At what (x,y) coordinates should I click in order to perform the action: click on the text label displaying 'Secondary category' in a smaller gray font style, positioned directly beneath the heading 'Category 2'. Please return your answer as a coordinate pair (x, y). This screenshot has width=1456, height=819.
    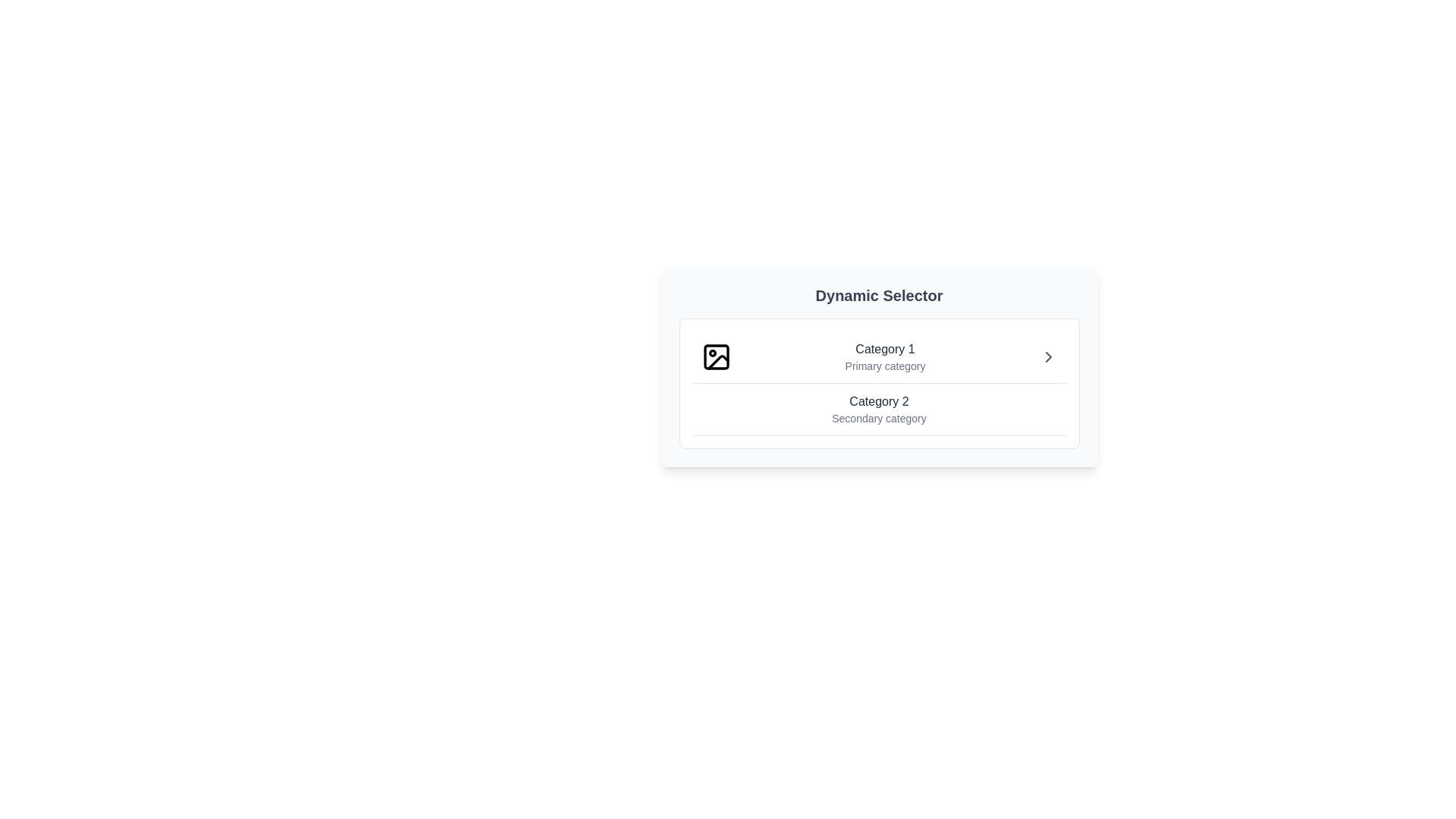
    Looking at the image, I should click on (879, 418).